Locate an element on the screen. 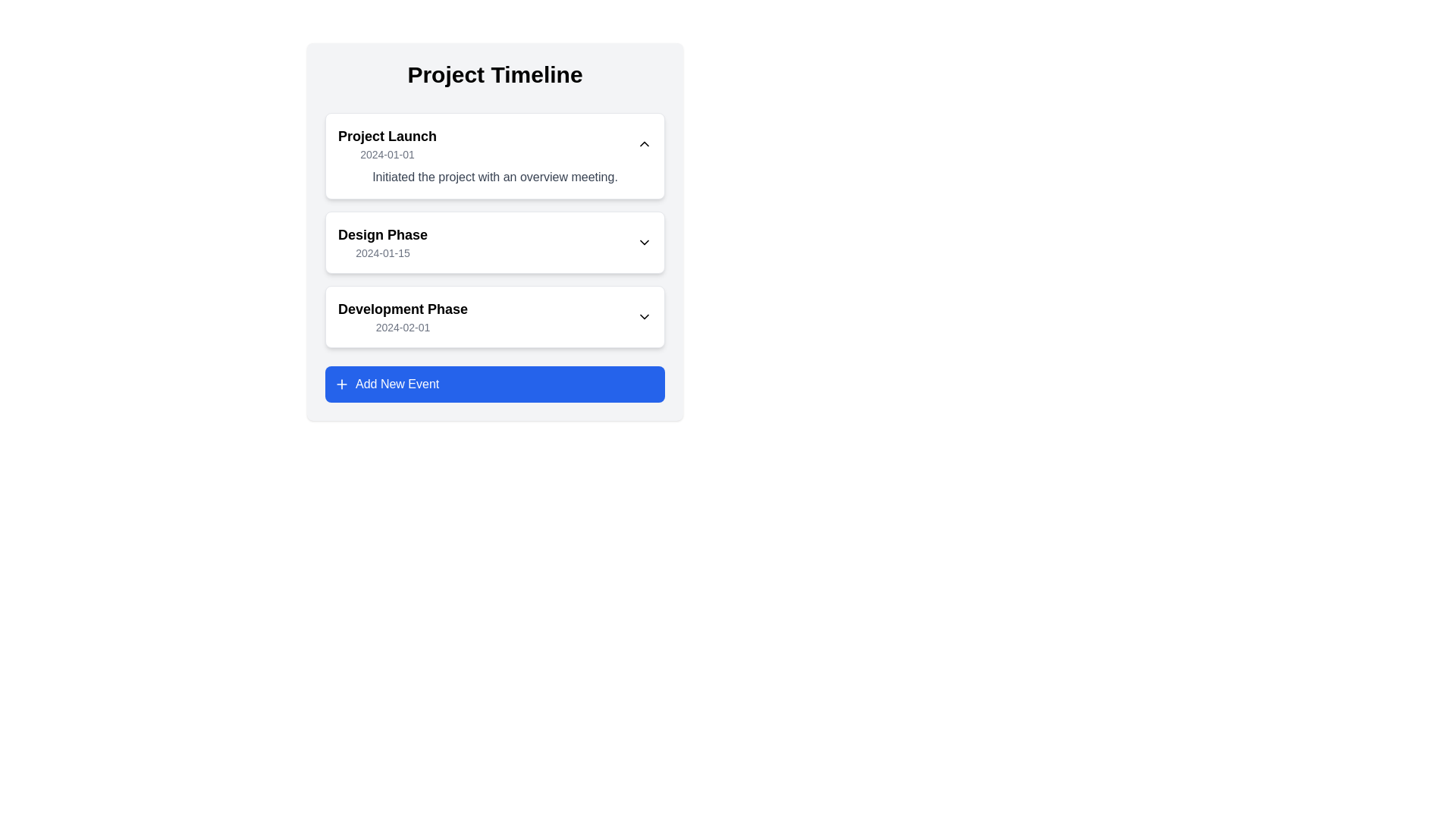 This screenshot has width=1456, height=819. the static text display showing the date '2024-02-01' located in the 'Development Phase' section of the timeline interface is located at coordinates (403, 327).